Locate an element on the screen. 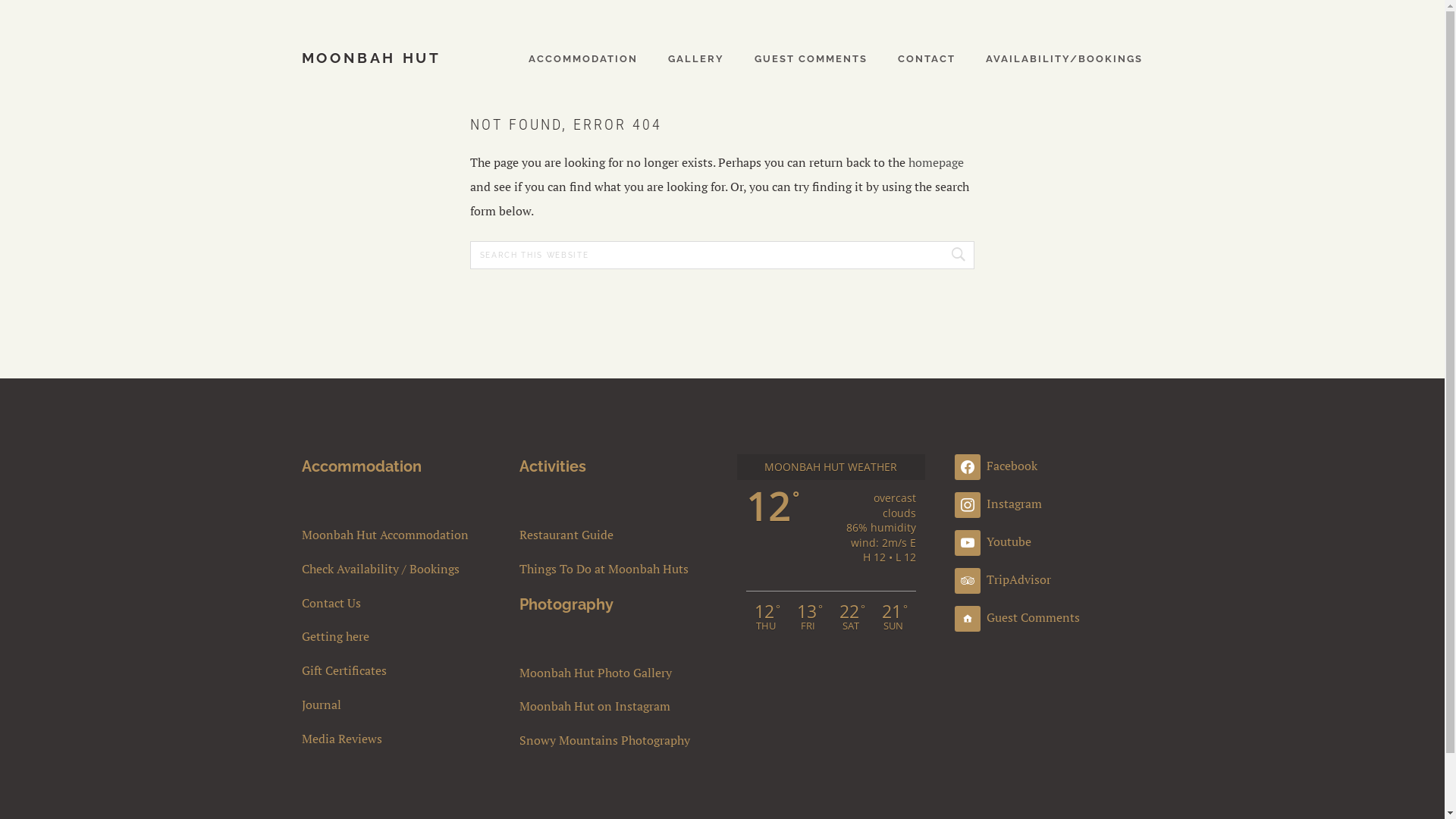 Image resolution: width=1456 pixels, height=819 pixels. 'GUEST COMMENTS' is located at coordinates (810, 57).